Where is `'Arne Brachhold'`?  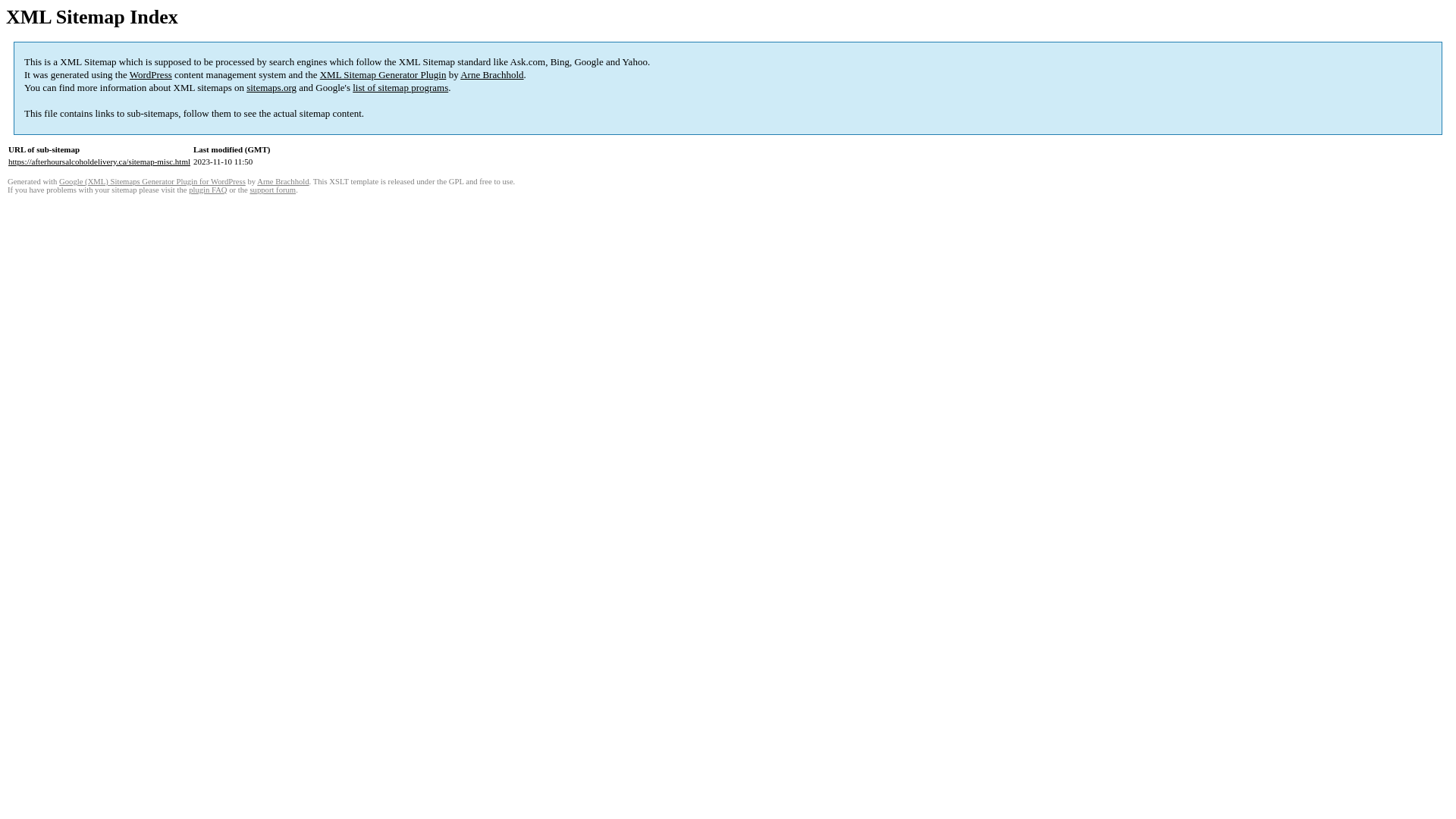 'Arne Brachhold' is located at coordinates (283, 180).